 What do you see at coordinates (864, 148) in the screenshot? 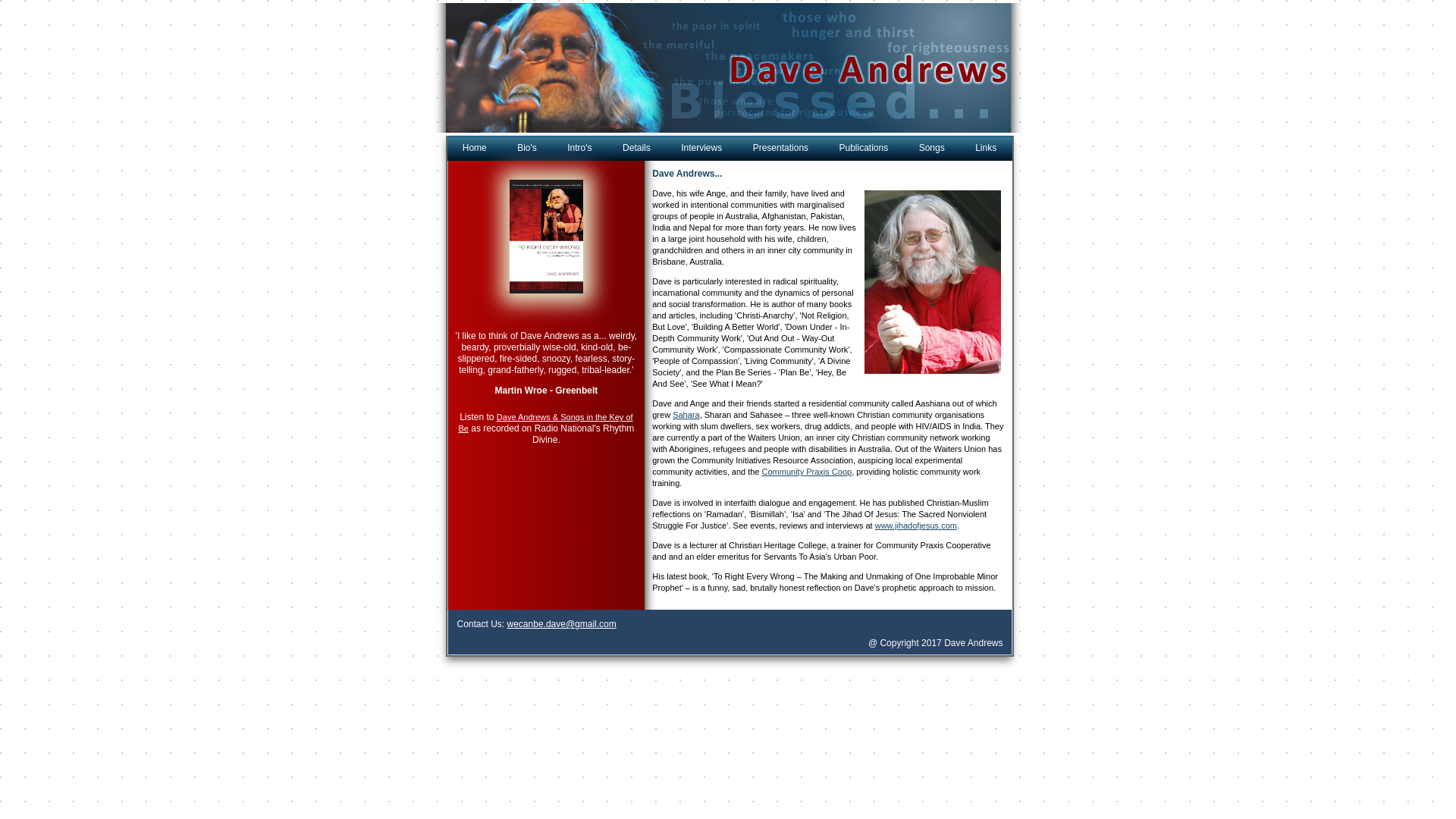
I see `'Publications'` at bounding box center [864, 148].